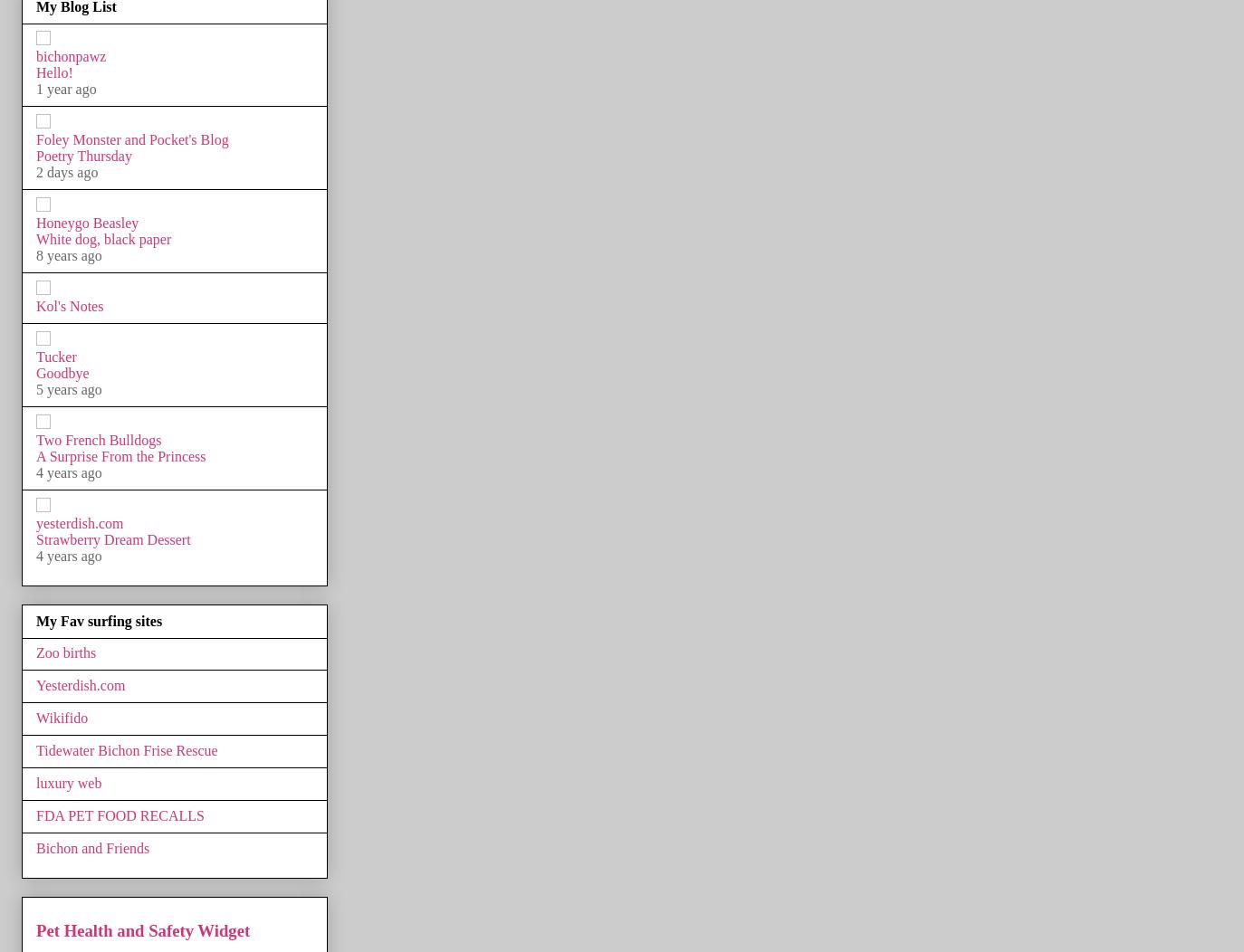  What do you see at coordinates (54, 356) in the screenshot?
I see `'Tucker'` at bounding box center [54, 356].